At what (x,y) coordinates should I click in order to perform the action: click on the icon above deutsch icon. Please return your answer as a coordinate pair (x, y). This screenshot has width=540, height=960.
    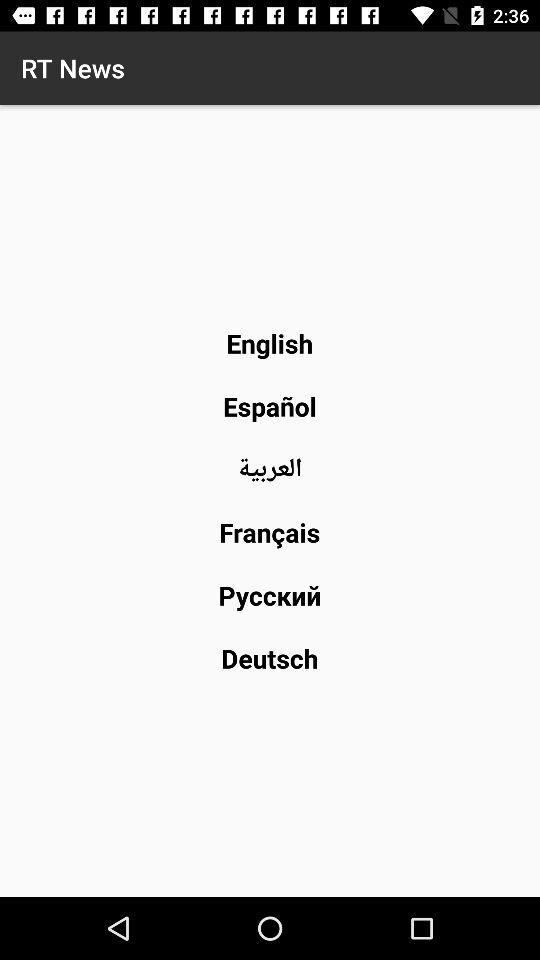
    Looking at the image, I should click on (270, 595).